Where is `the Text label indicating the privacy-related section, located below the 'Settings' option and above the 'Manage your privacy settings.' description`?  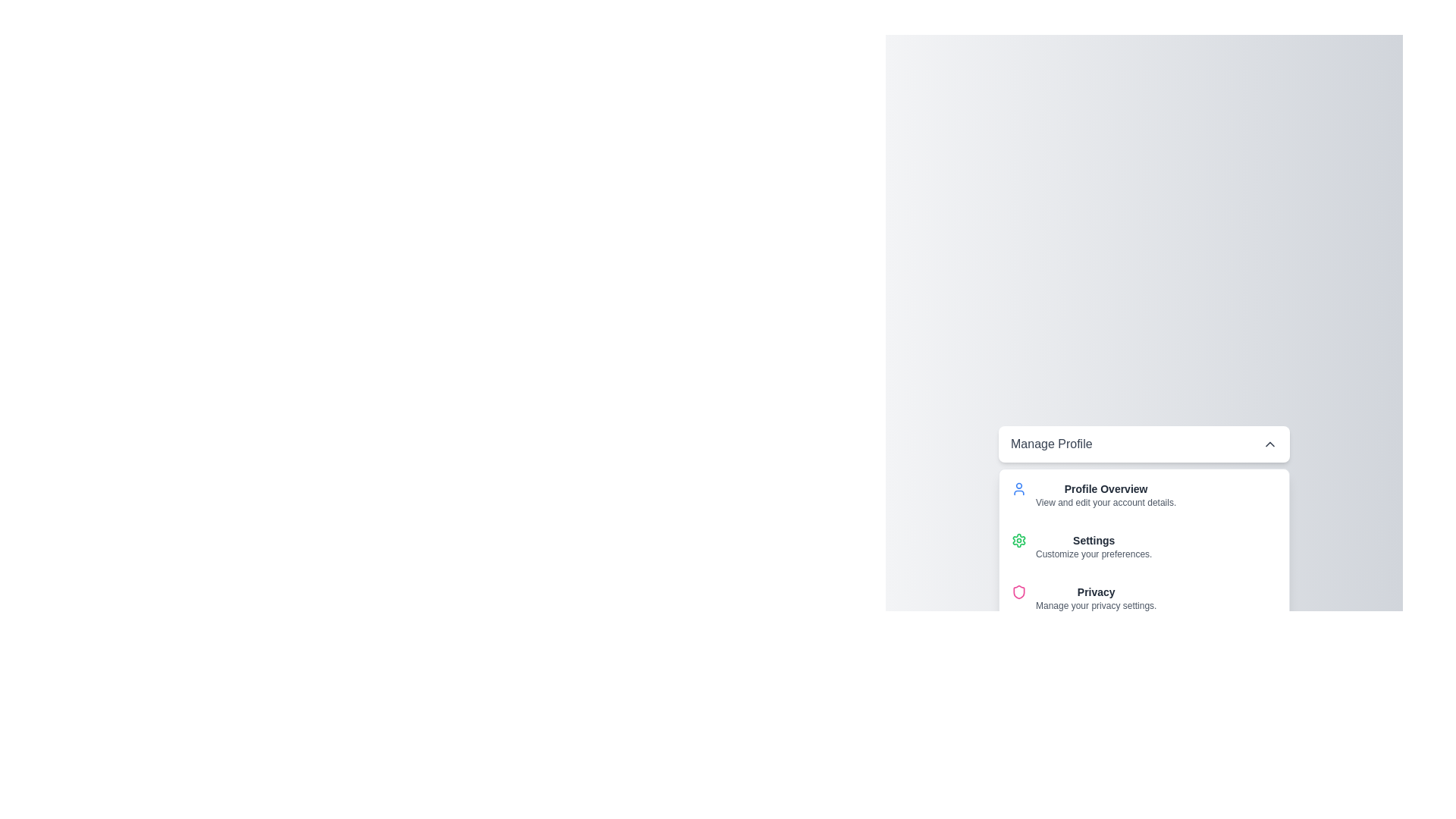 the Text label indicating the privacy-related section, located below the 'Settings' option and above the 'Manage your privacy settings.' description is located at coordinates (1096, 591).